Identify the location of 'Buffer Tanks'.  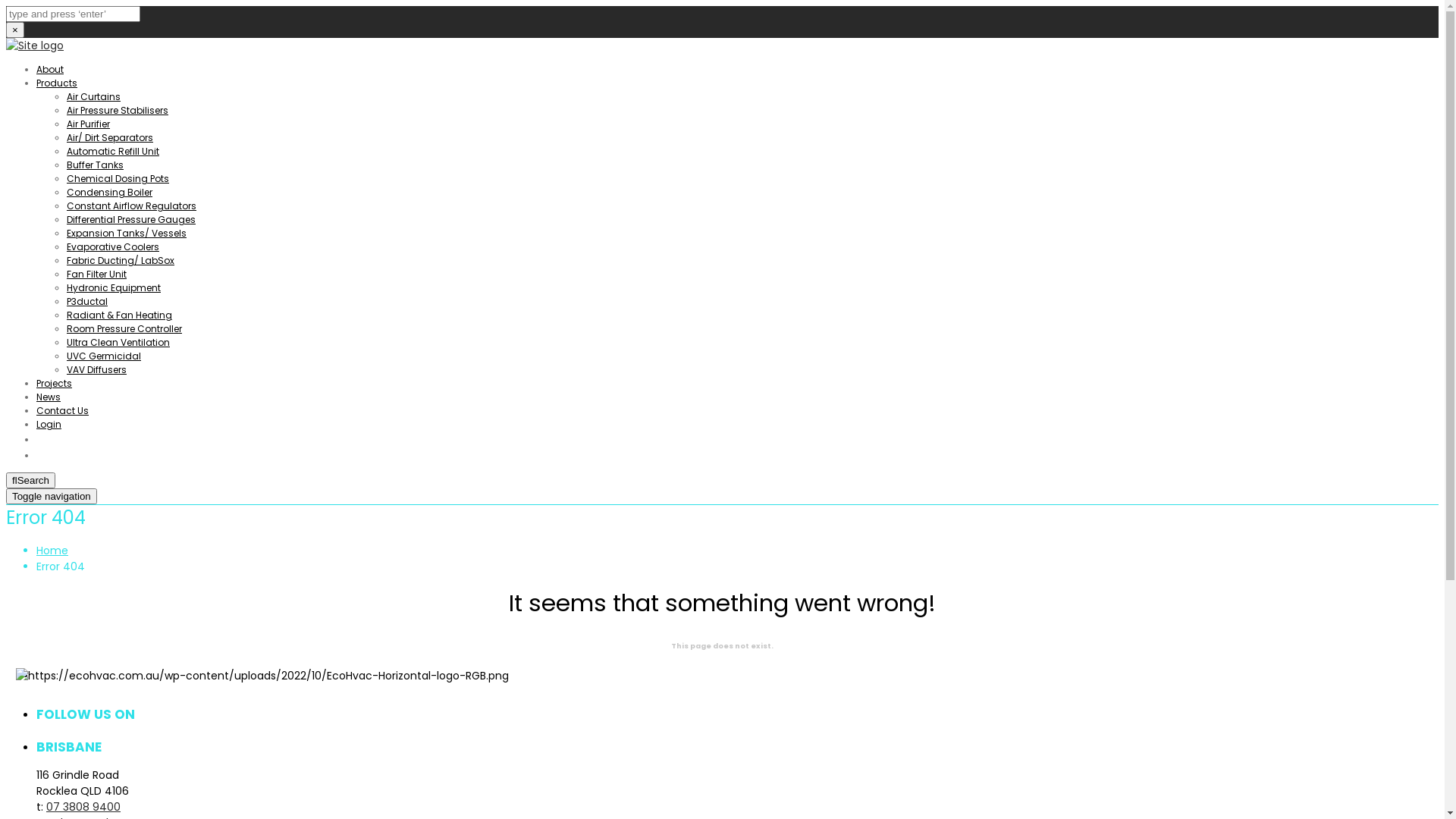
(94, 165).